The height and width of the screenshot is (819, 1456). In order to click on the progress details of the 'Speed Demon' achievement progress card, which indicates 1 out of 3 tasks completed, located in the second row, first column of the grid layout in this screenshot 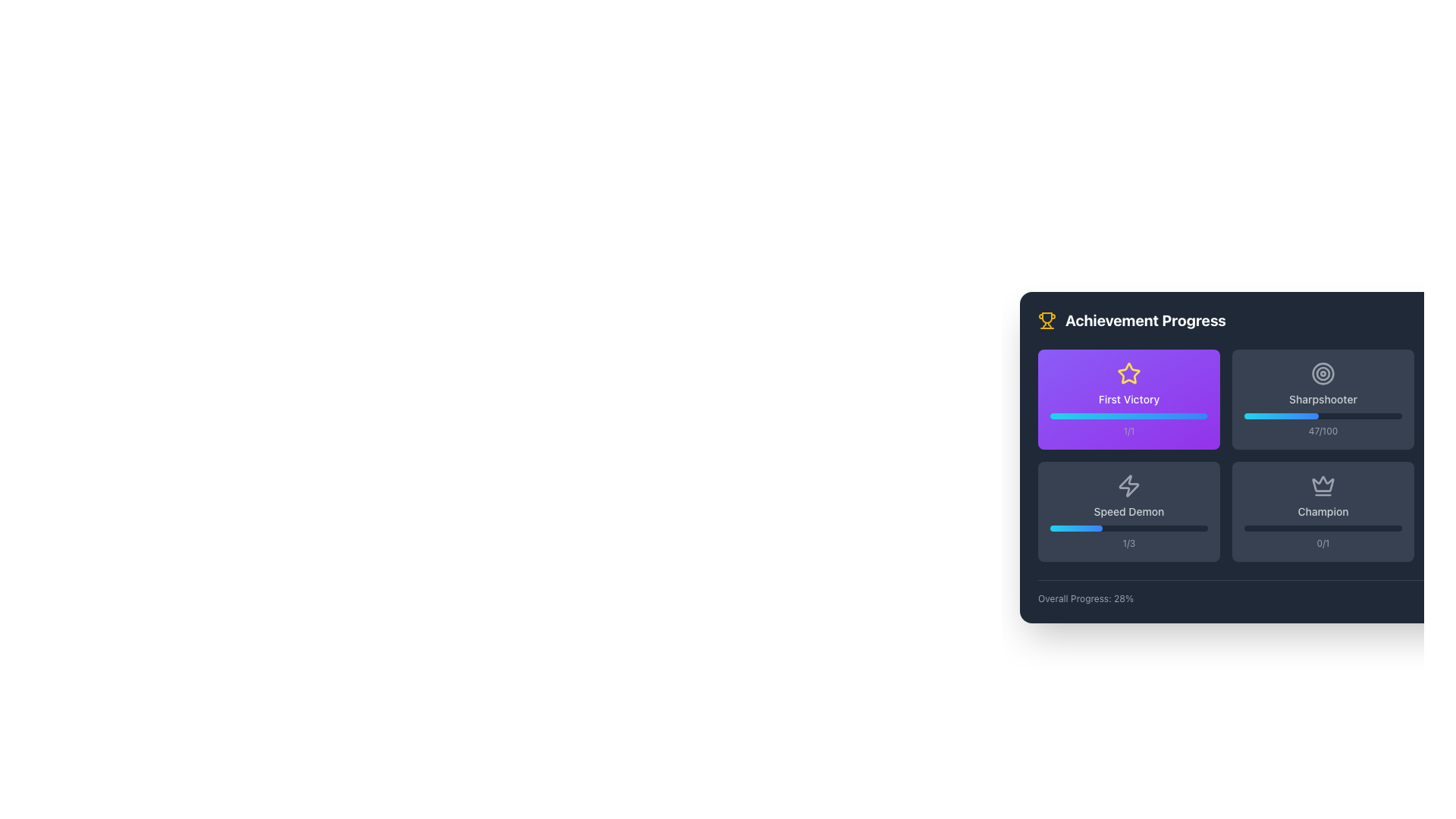, I will do `click(1128, 512)`.